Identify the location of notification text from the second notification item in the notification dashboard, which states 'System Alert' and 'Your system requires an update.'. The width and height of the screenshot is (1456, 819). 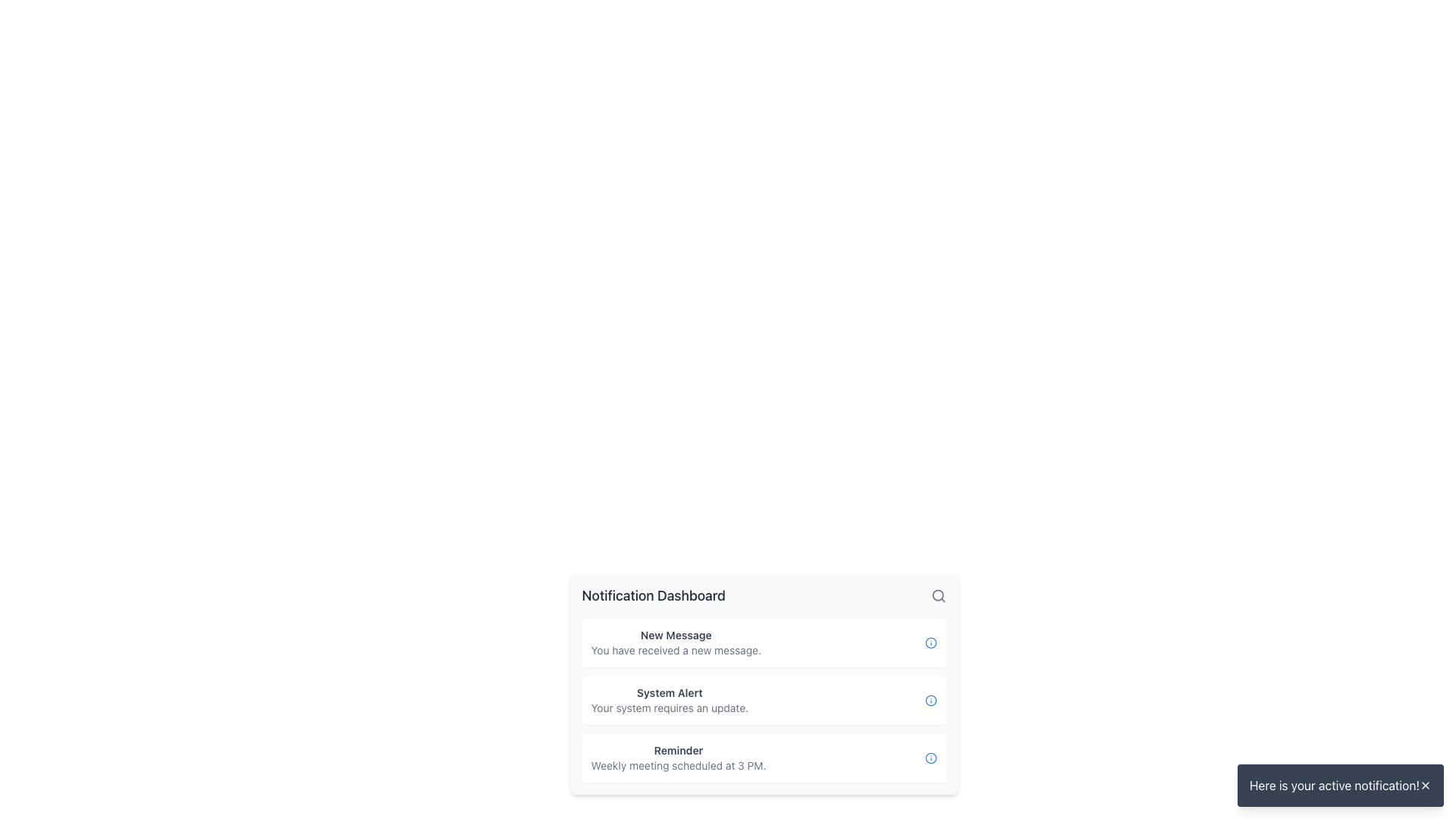
(669, 701).